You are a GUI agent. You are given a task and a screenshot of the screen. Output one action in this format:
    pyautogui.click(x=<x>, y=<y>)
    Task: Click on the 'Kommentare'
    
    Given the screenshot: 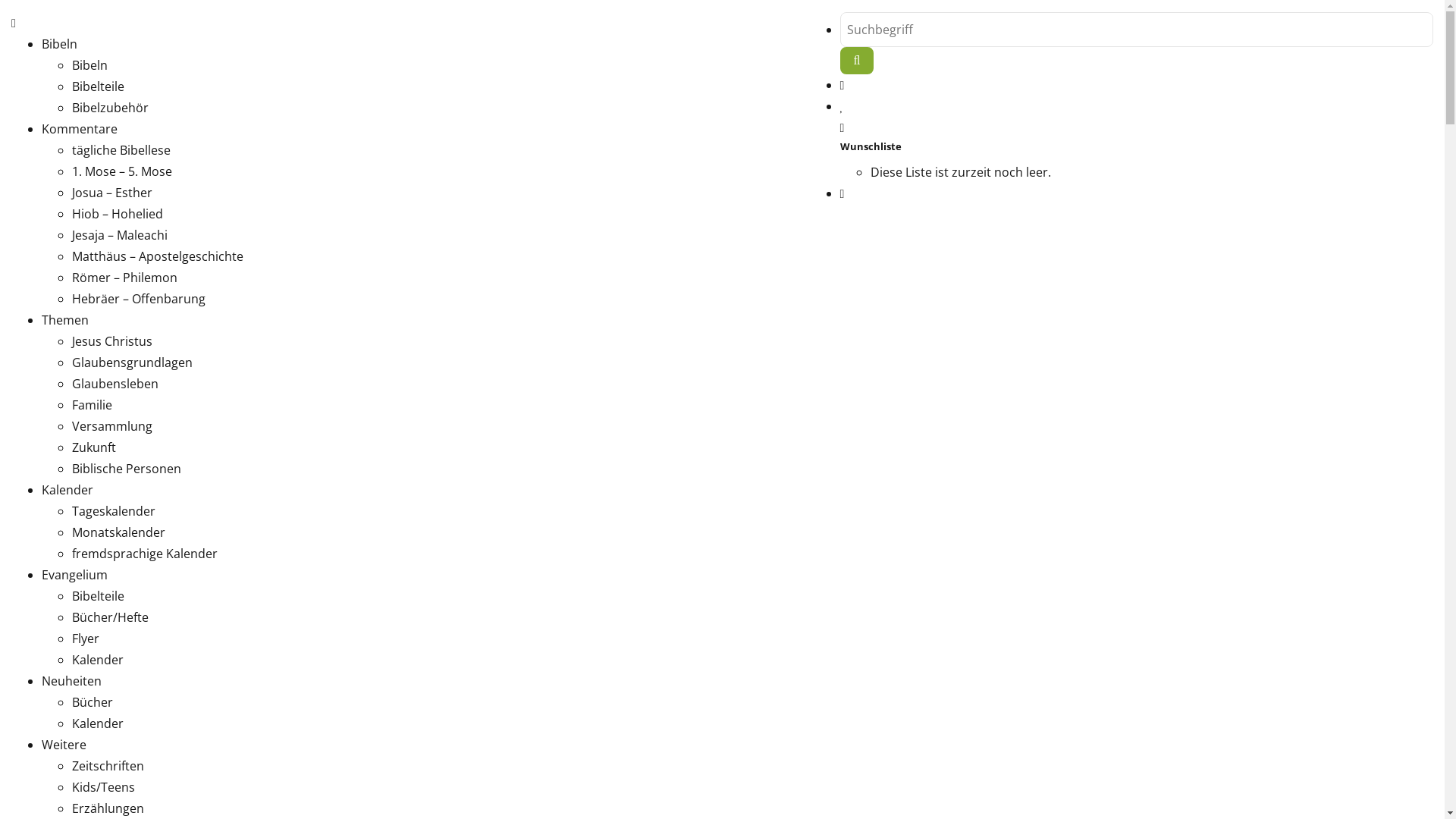 What is the action you would take?
    pyautogui.click(x=79, y=127)
    